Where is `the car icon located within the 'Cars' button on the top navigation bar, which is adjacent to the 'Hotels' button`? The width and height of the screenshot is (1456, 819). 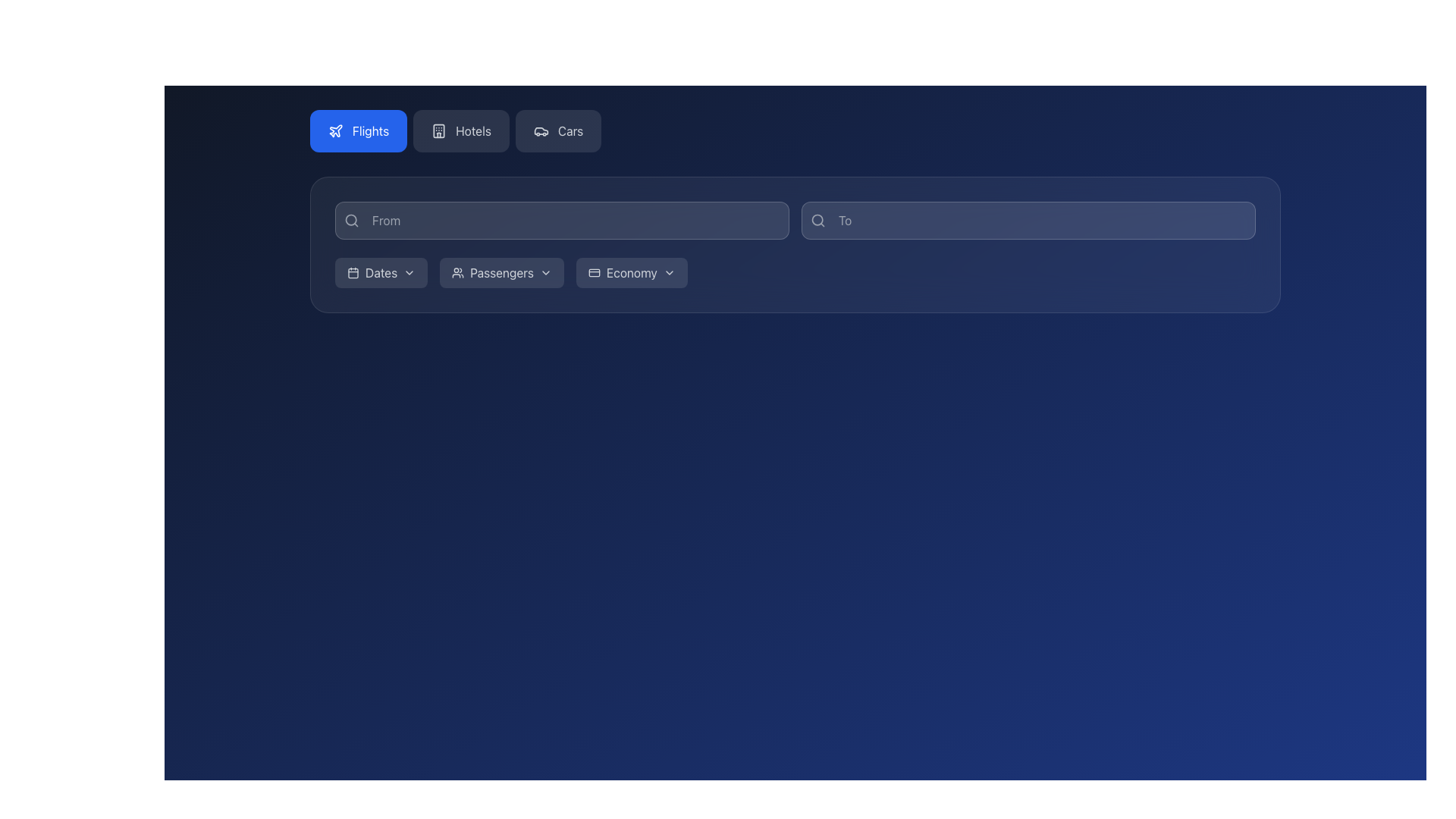
the car icon located within the 'Cars' button on the top navigation bar, which is adjacent to the 'Hotels' button is located at coordinates (541, 130).